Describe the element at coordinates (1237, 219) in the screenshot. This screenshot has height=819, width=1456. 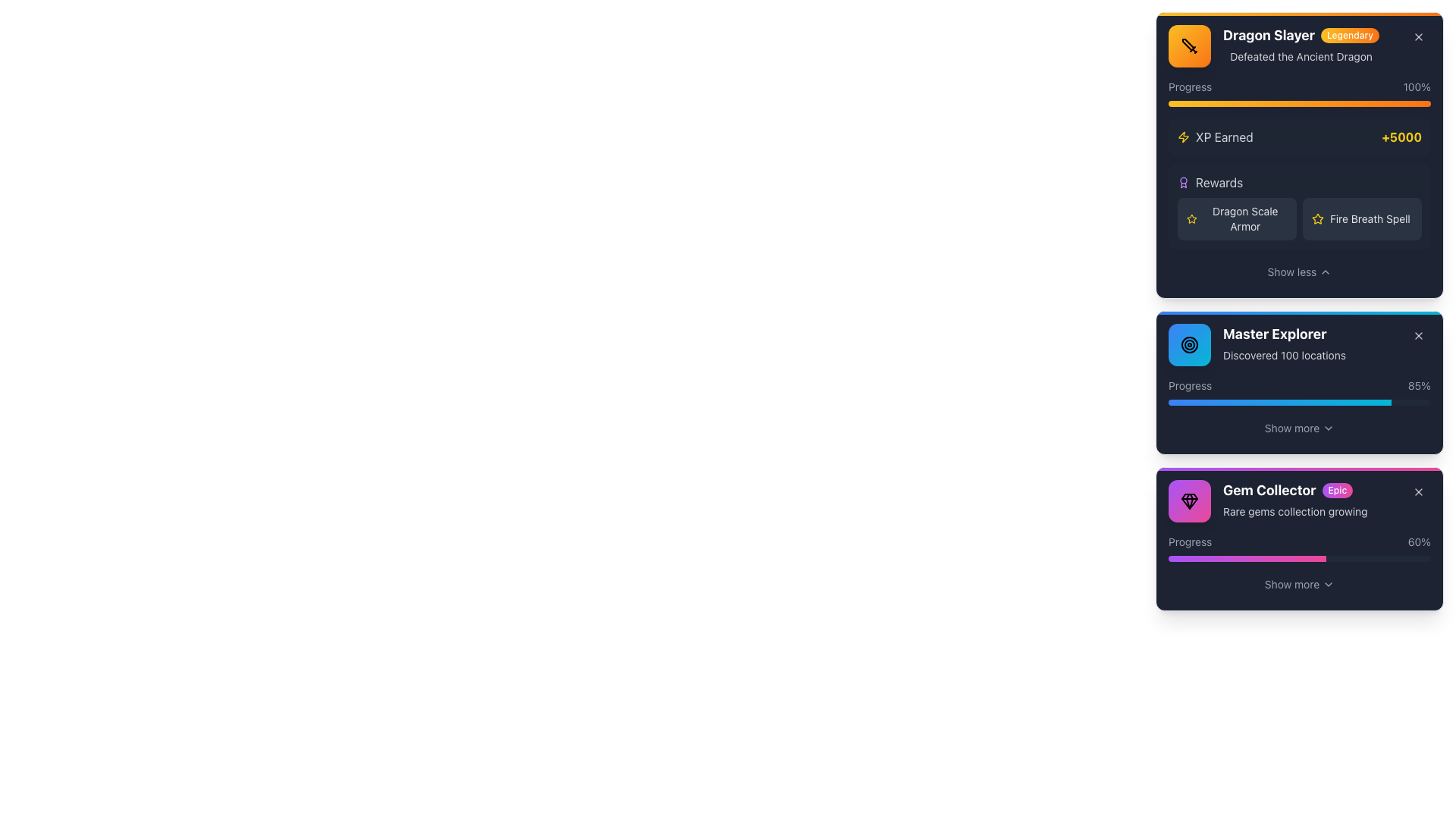
I see `the Label displaying 'Dragon Scale Armor' with a yellow star icon, located in the 'Dragon Slayer' section of rewards grid` at that location.